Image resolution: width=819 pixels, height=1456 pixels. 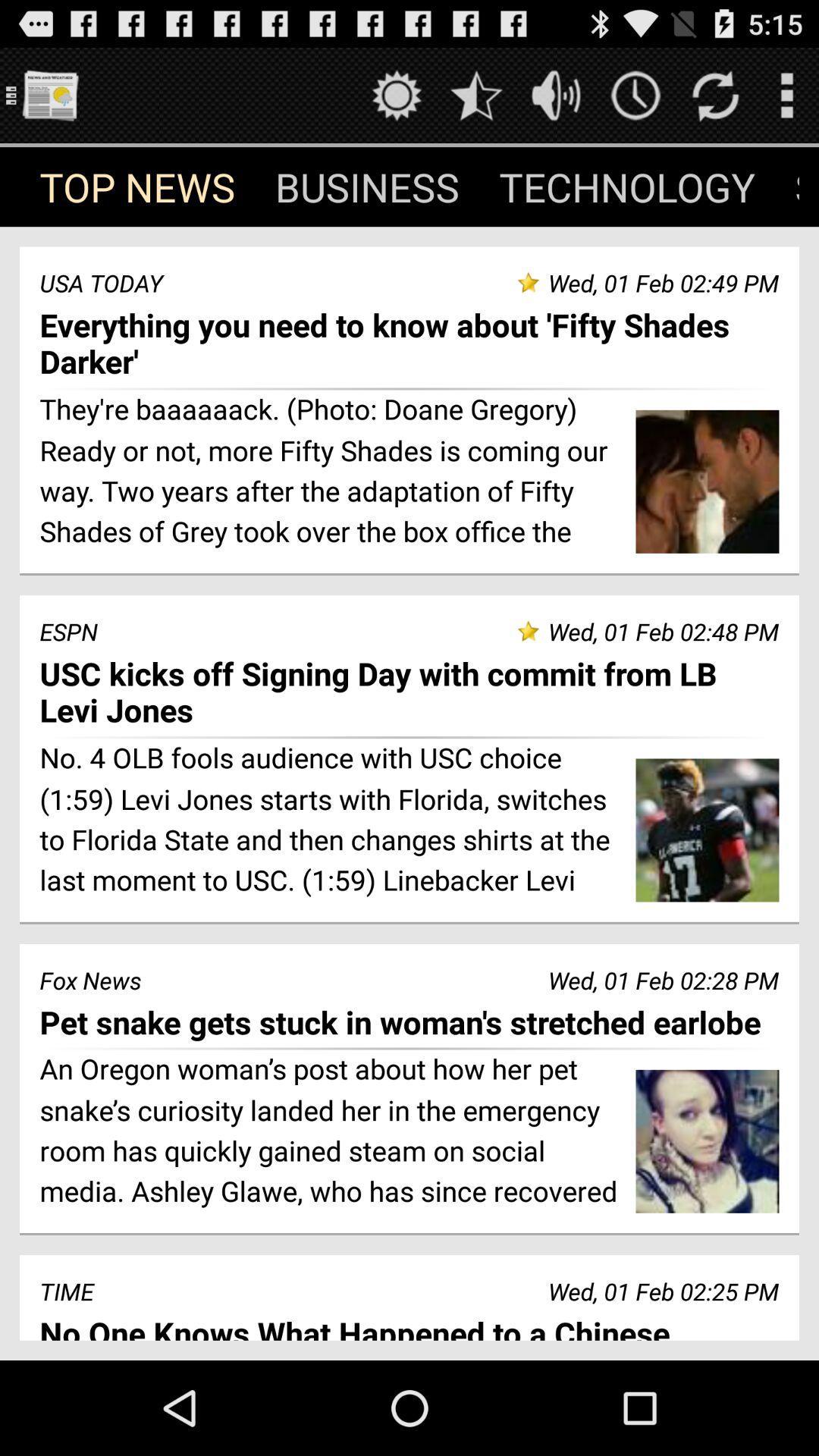 I want to click on the refresh icon, so click(x=715, y=101).